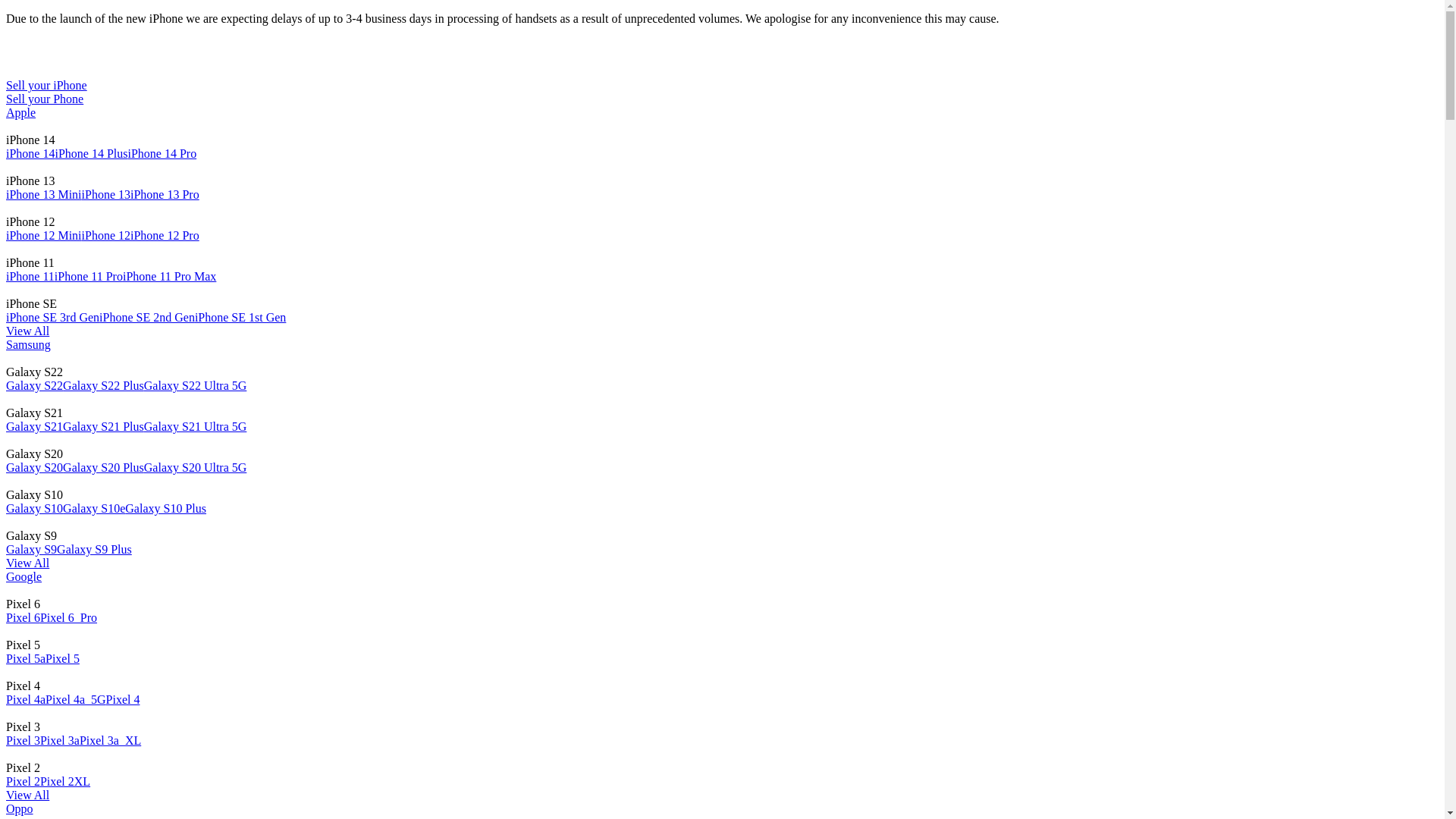 Image resolution: width=1456 pixels, height=819 pixels. I want to click on 'Galaxy S10', so click(34, 508).